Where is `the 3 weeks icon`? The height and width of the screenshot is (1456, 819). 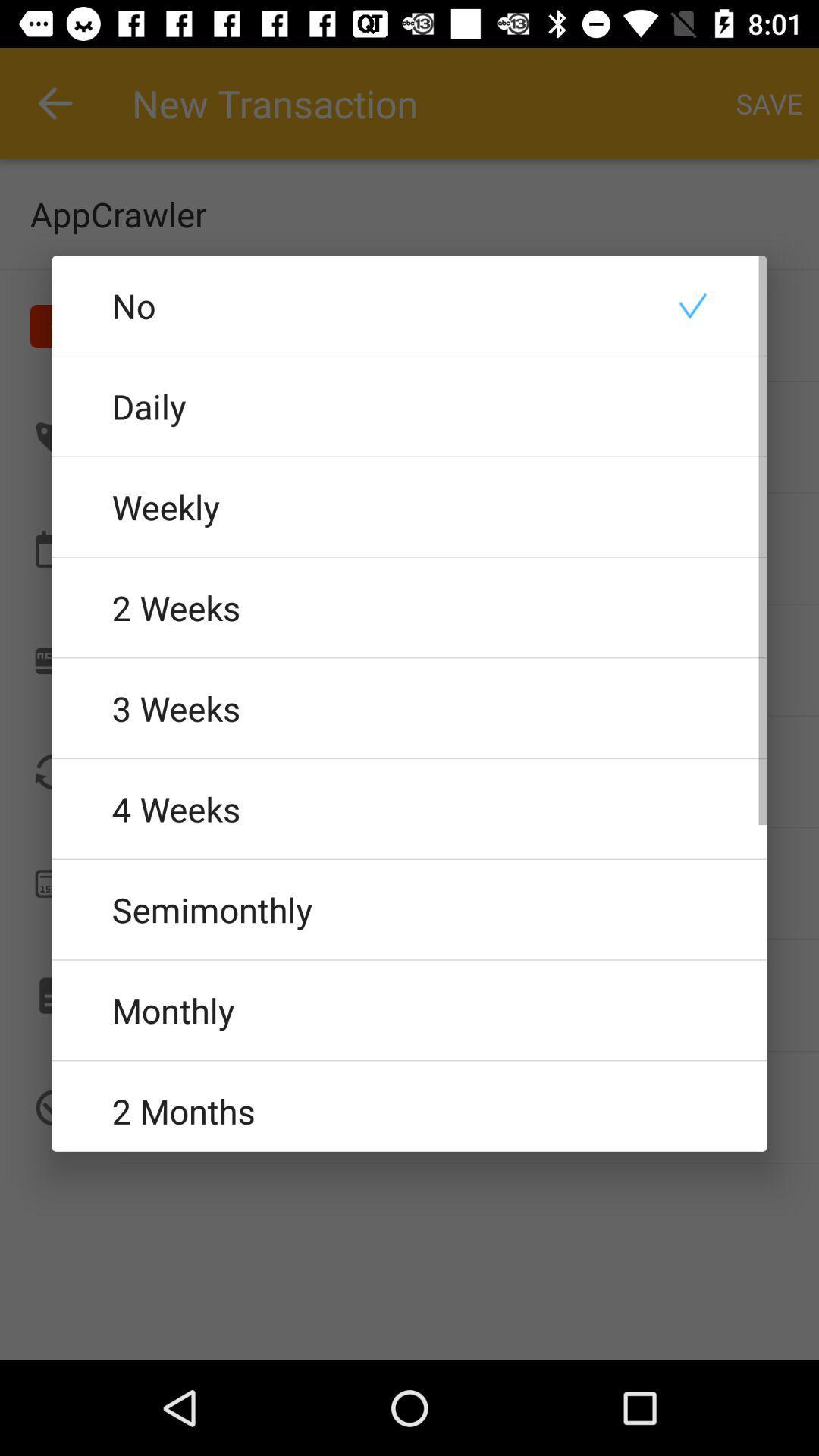
the 3 weeks icon is located at coordinates (409, 708).